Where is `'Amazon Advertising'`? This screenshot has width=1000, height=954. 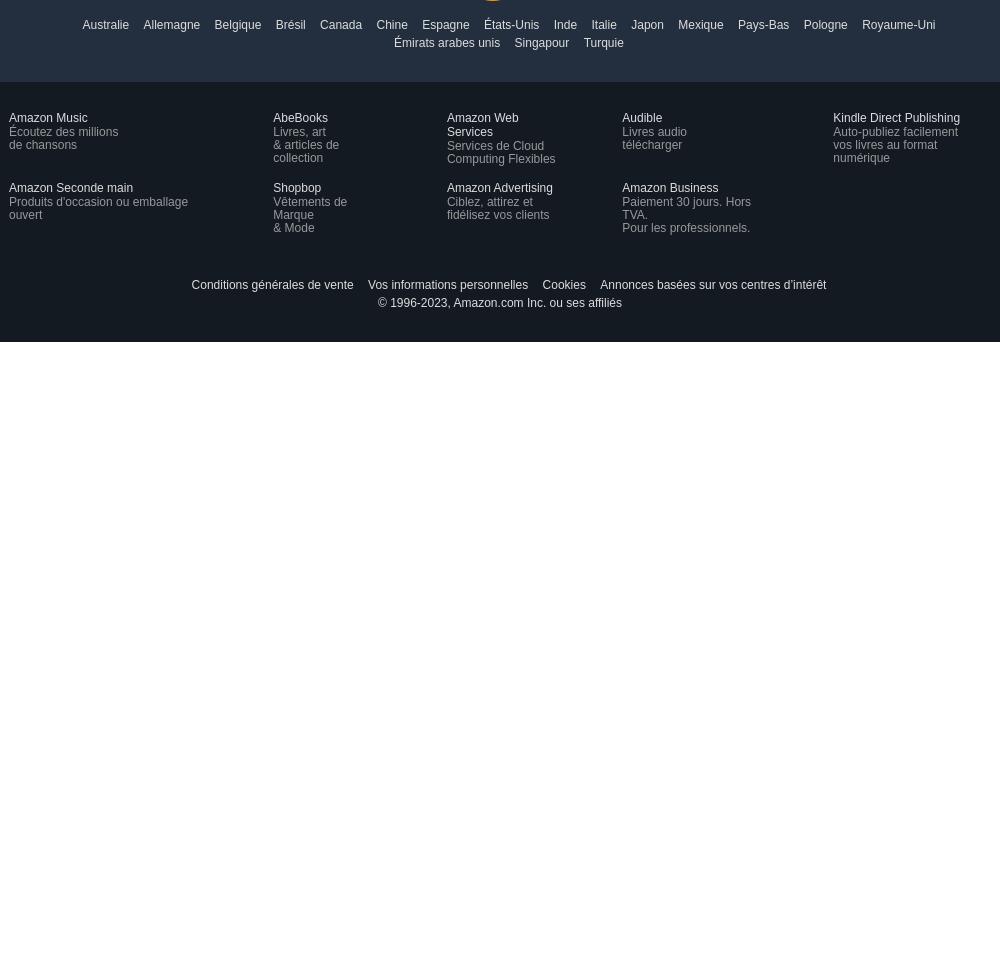
'Amazon Advertising' is located at coordinates (498, 187).